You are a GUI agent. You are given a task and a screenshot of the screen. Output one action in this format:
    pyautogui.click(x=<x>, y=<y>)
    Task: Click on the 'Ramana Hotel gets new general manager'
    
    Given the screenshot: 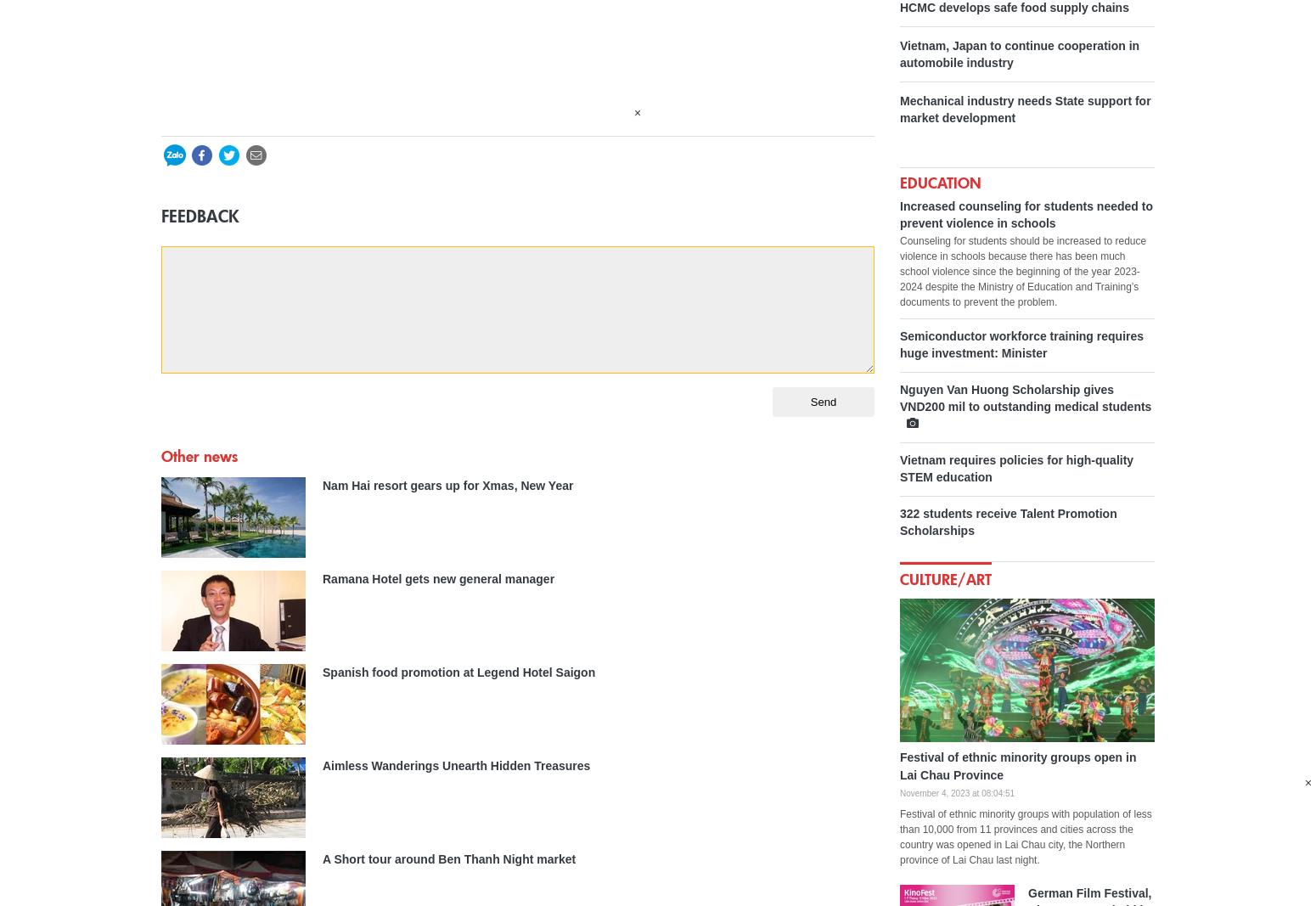 What is the action you would take?
    pyautogui.click(x=437, y=579)
    